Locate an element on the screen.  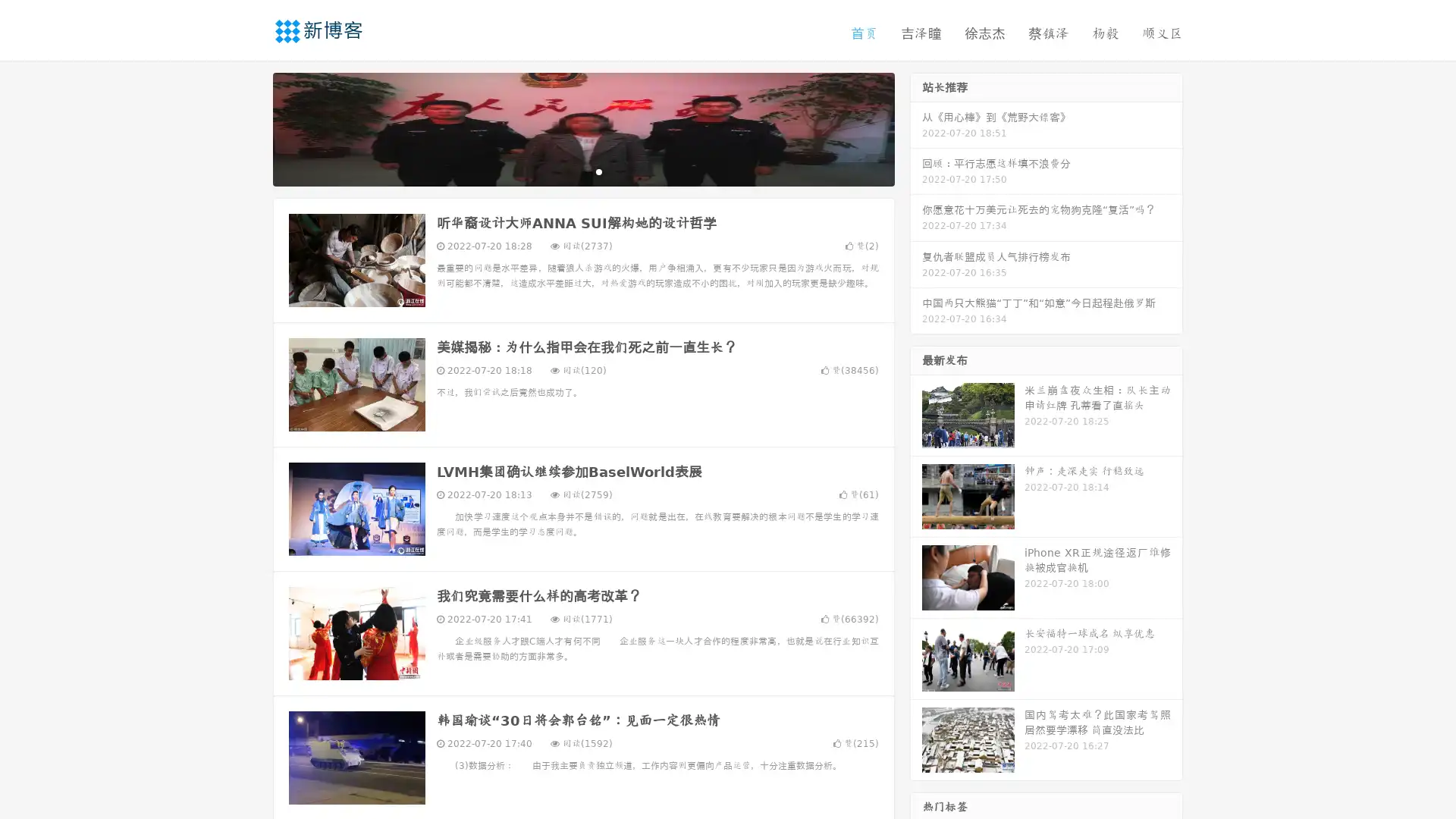
Next slide is located at coordinates (916, 127).